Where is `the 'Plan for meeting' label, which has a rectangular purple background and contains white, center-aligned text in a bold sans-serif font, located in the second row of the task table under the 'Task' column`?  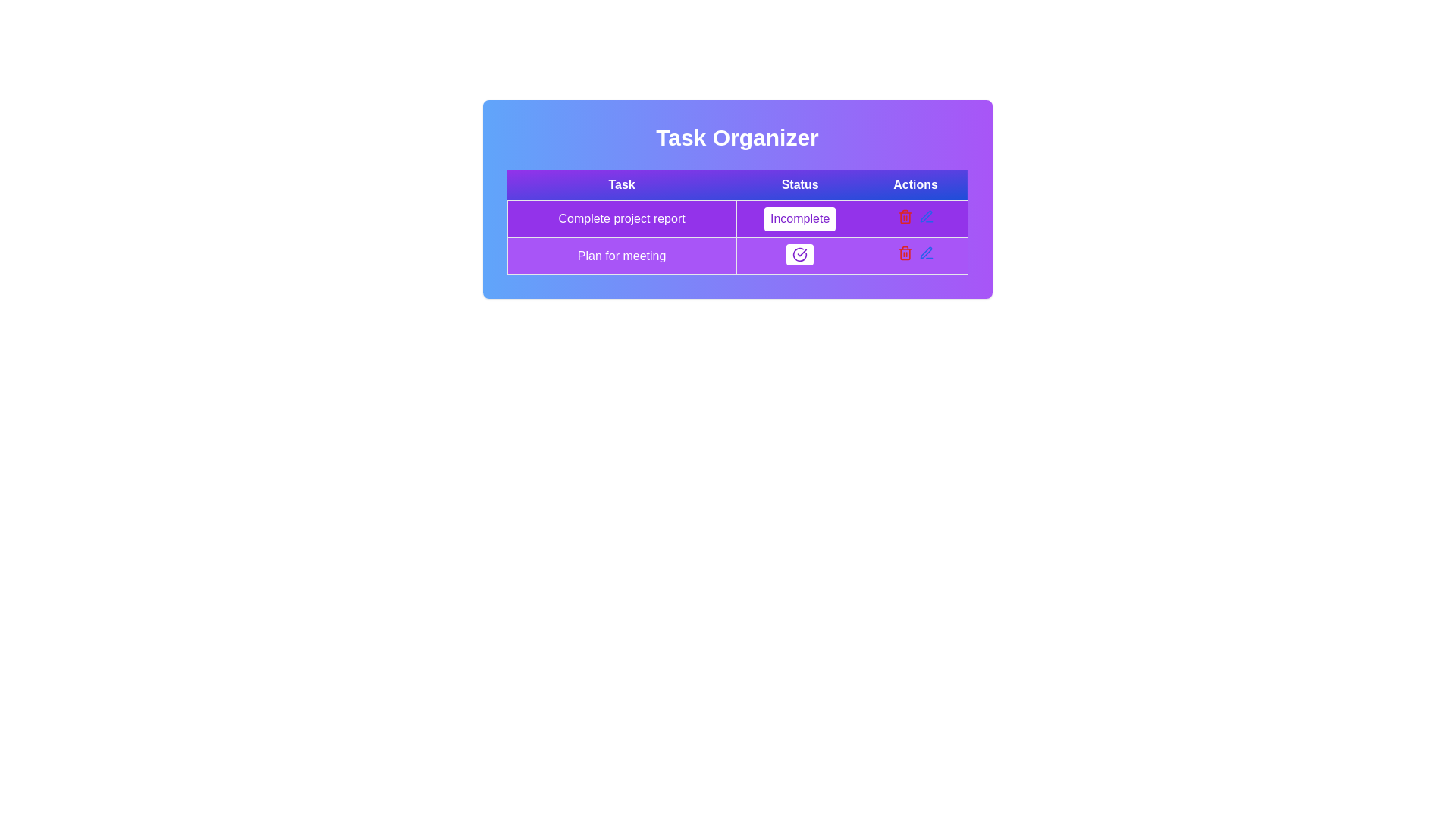
the 'Plan for meeting' label, which has a rectangular purple background and contains white, center-aligned text in a bold sans-serif font, located in the second row of the task table under the 'Task' column is located at coordinates (622, 255).